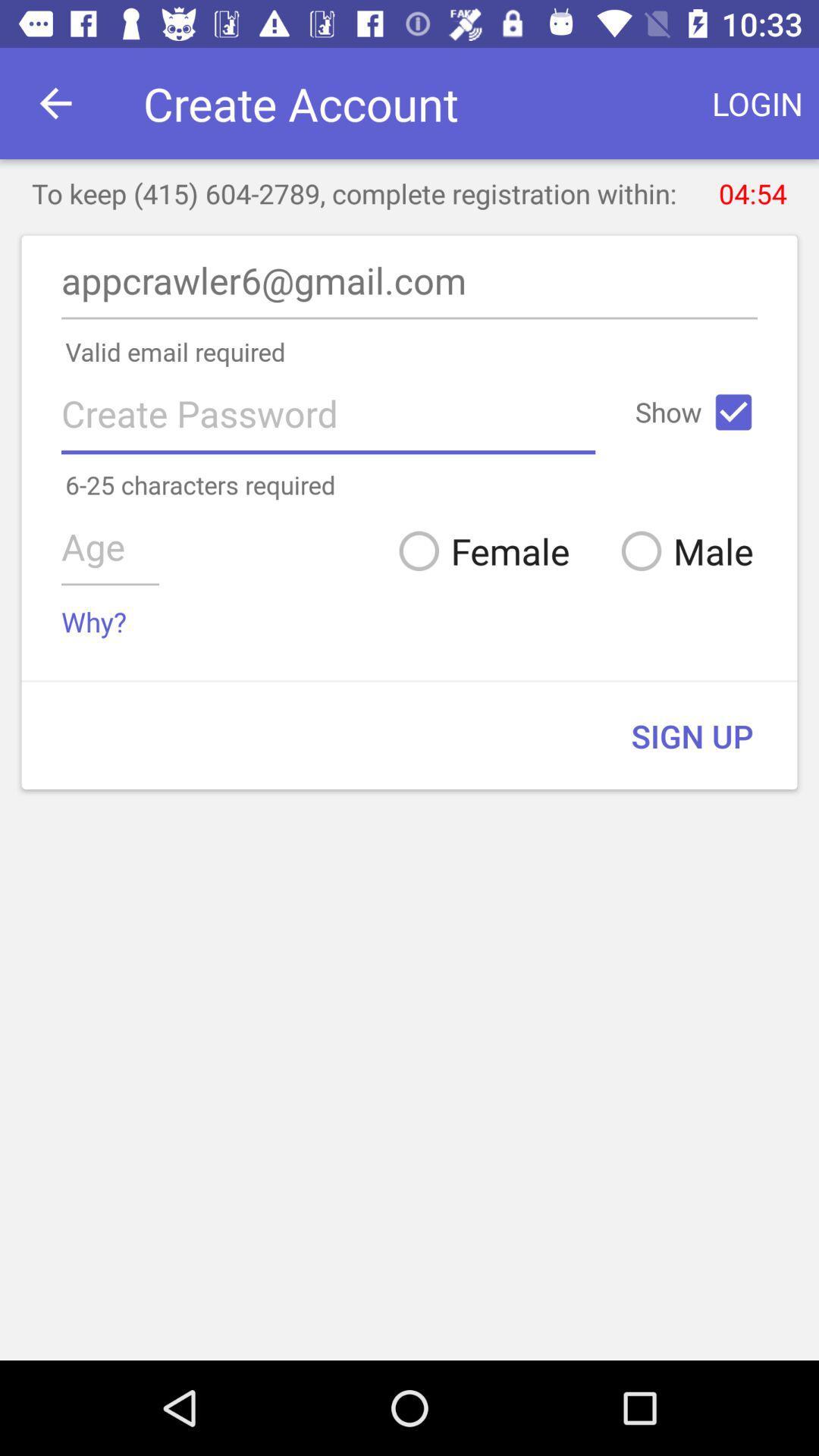  I want to click on the icon next to the show icon, so click(733, 412).